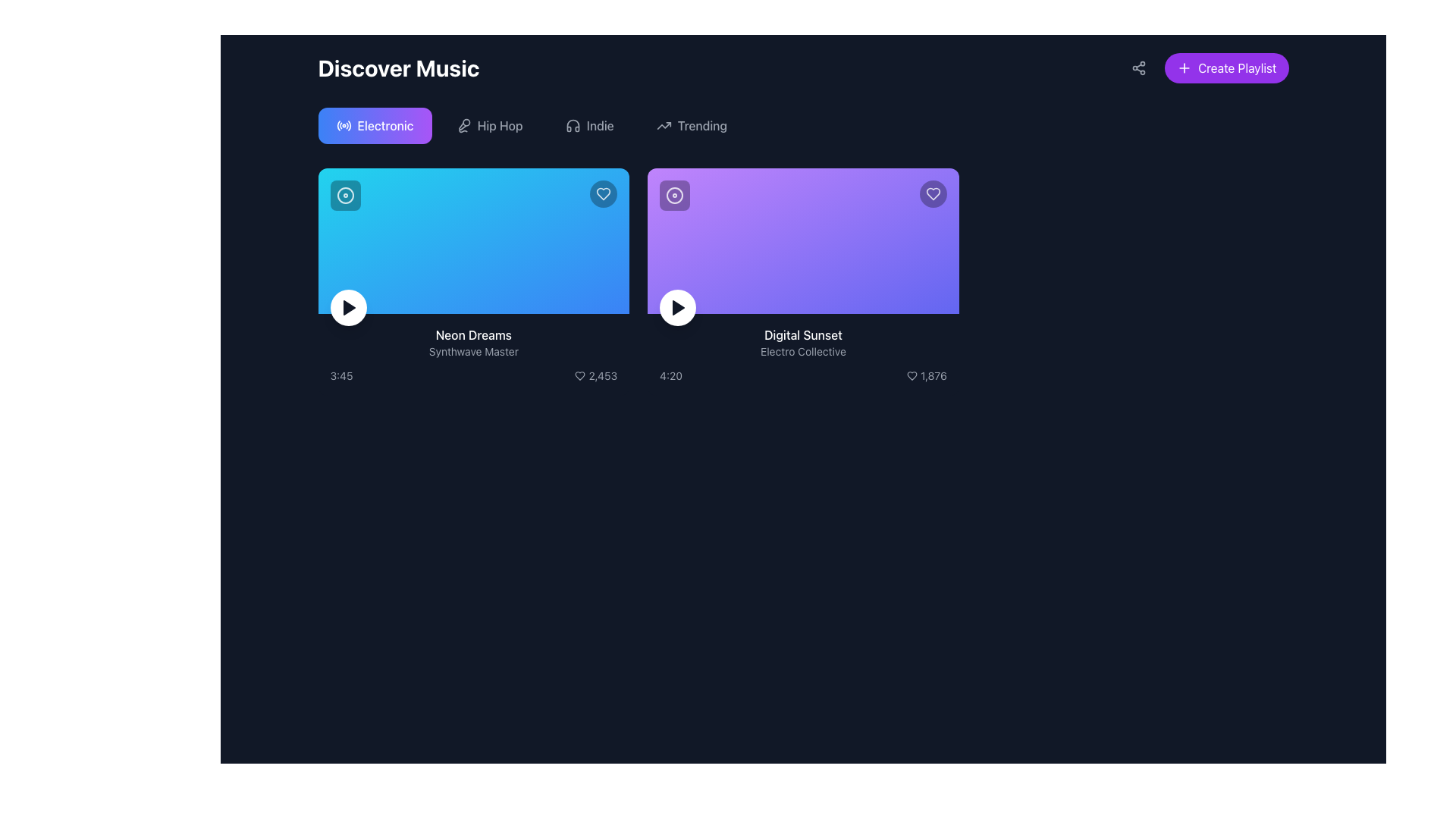  What do you see at coordinates (340, 375) in the screenshot?
I see `the static text label displaying '3:45', which is located below the track's thumbnail and precedes the text '2,453' and a heart icon` at bounding box center [340, 375].